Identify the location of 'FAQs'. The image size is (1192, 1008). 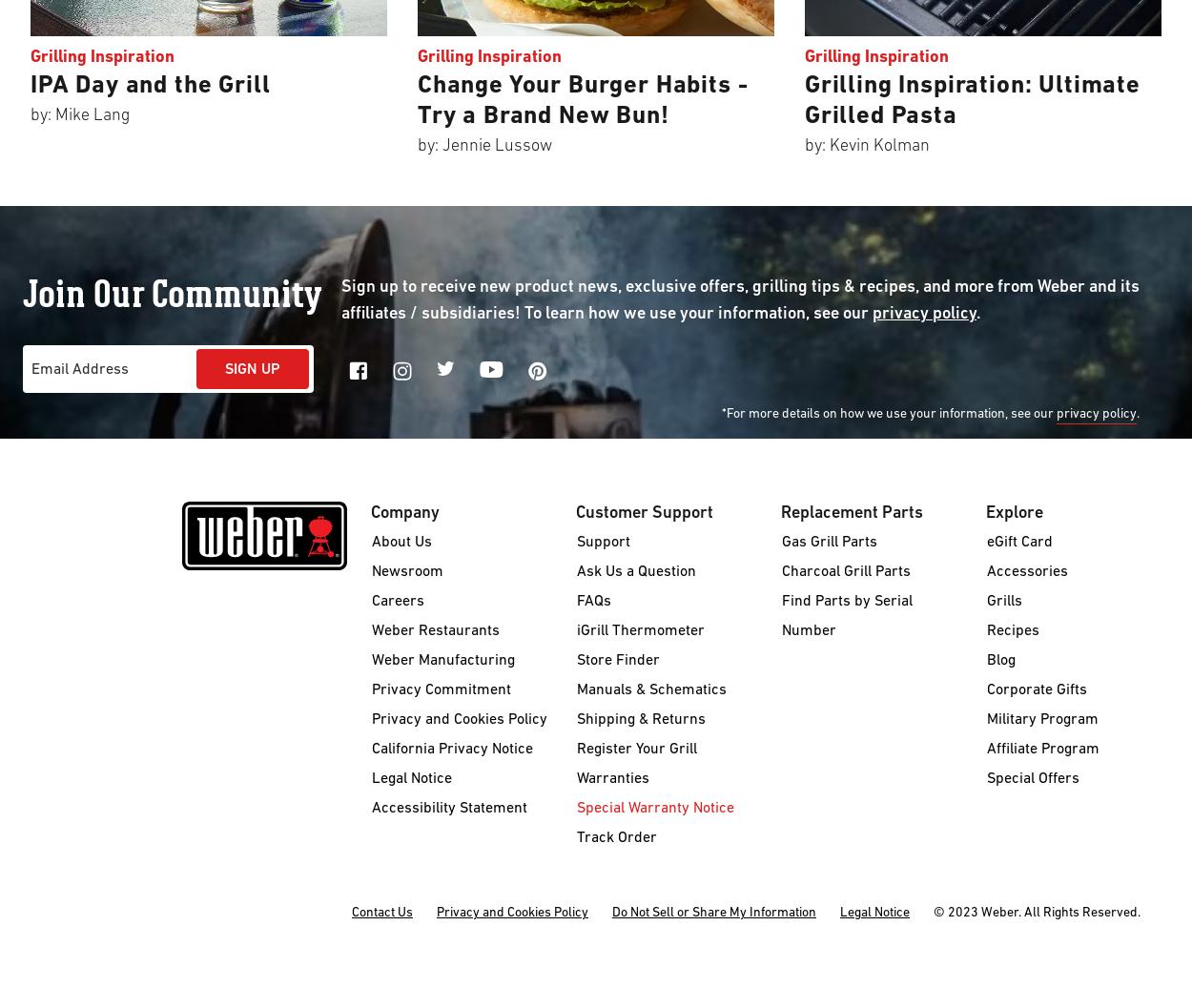
(576, 602).